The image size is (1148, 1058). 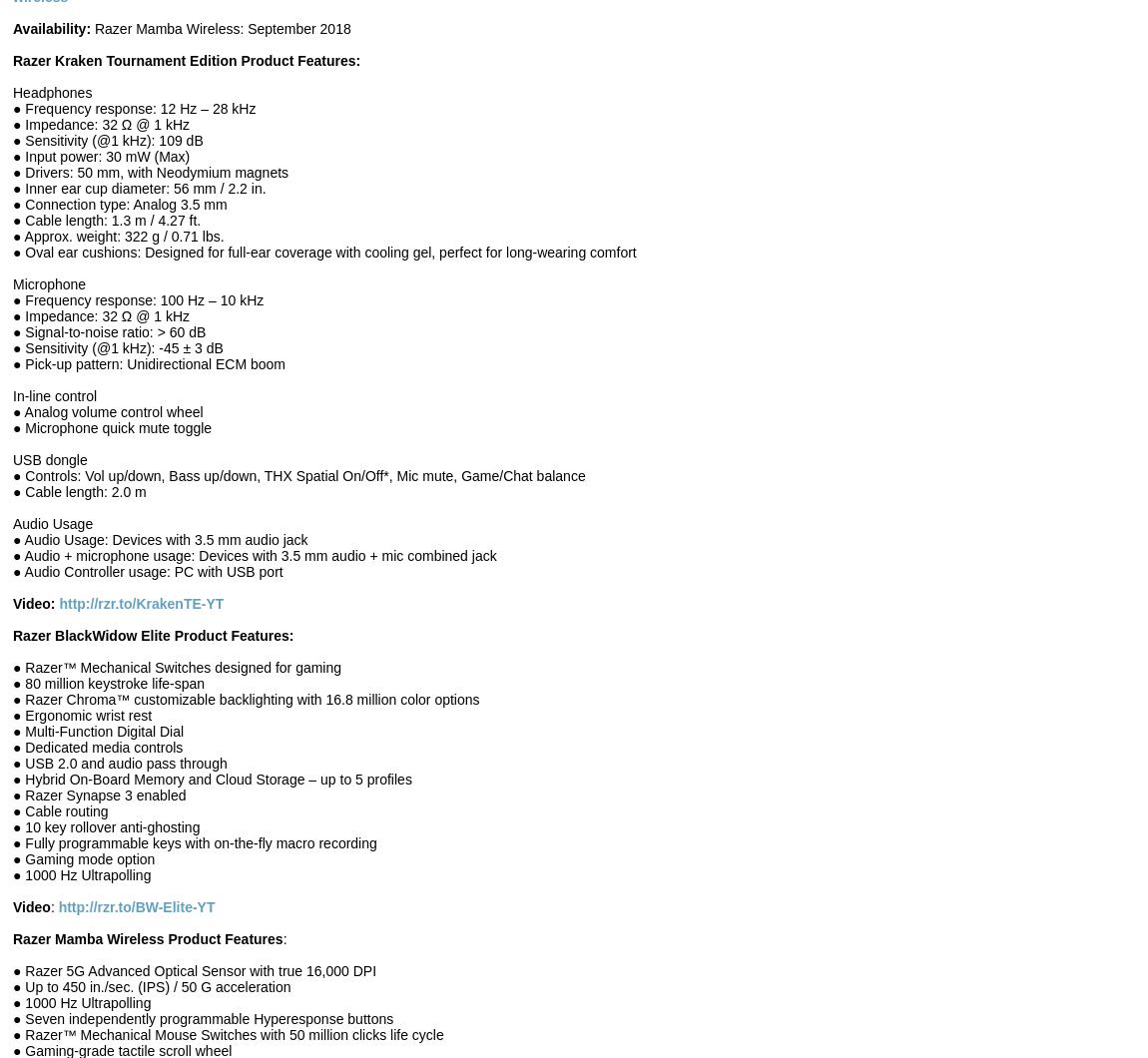 I want to click on '● 80 million keystroke life-span', so click(x=11, y=682).